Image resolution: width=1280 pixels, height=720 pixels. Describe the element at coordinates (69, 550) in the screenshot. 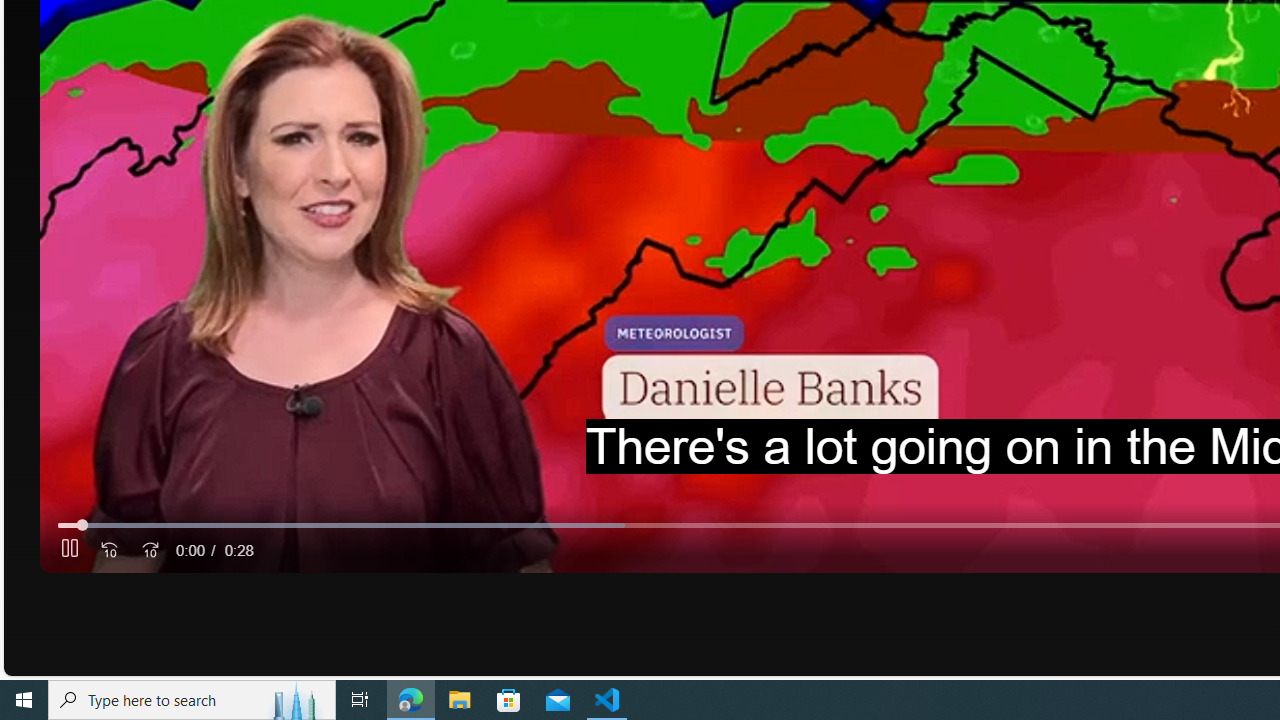

I see `'Pause'` at that location.